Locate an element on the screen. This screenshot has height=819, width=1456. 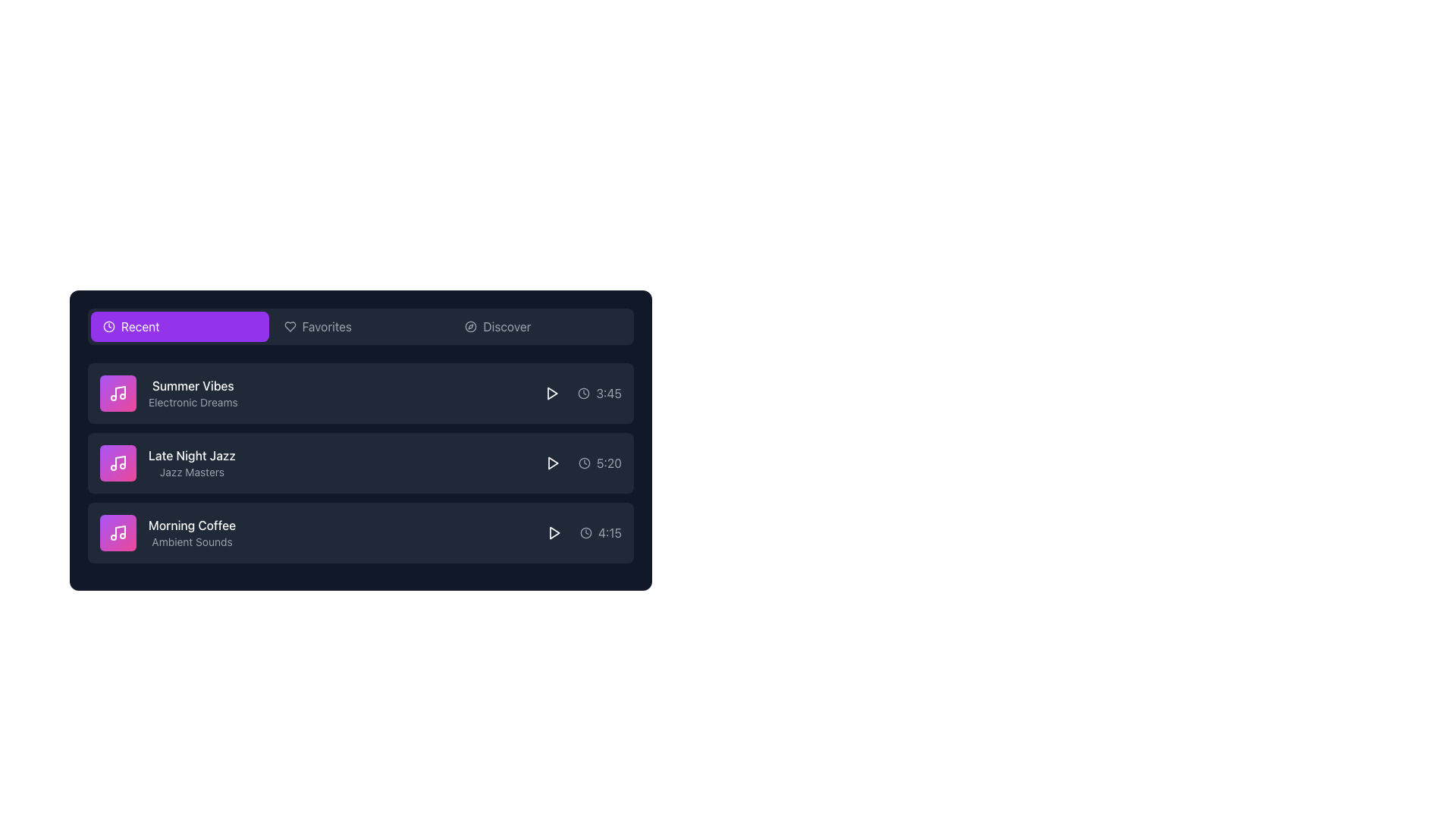
the clock indicator graphical element of the 'Late Night Jazz' track, which is positioned to the left of the play button in the second row of the list is located at coordinates (583, 462).